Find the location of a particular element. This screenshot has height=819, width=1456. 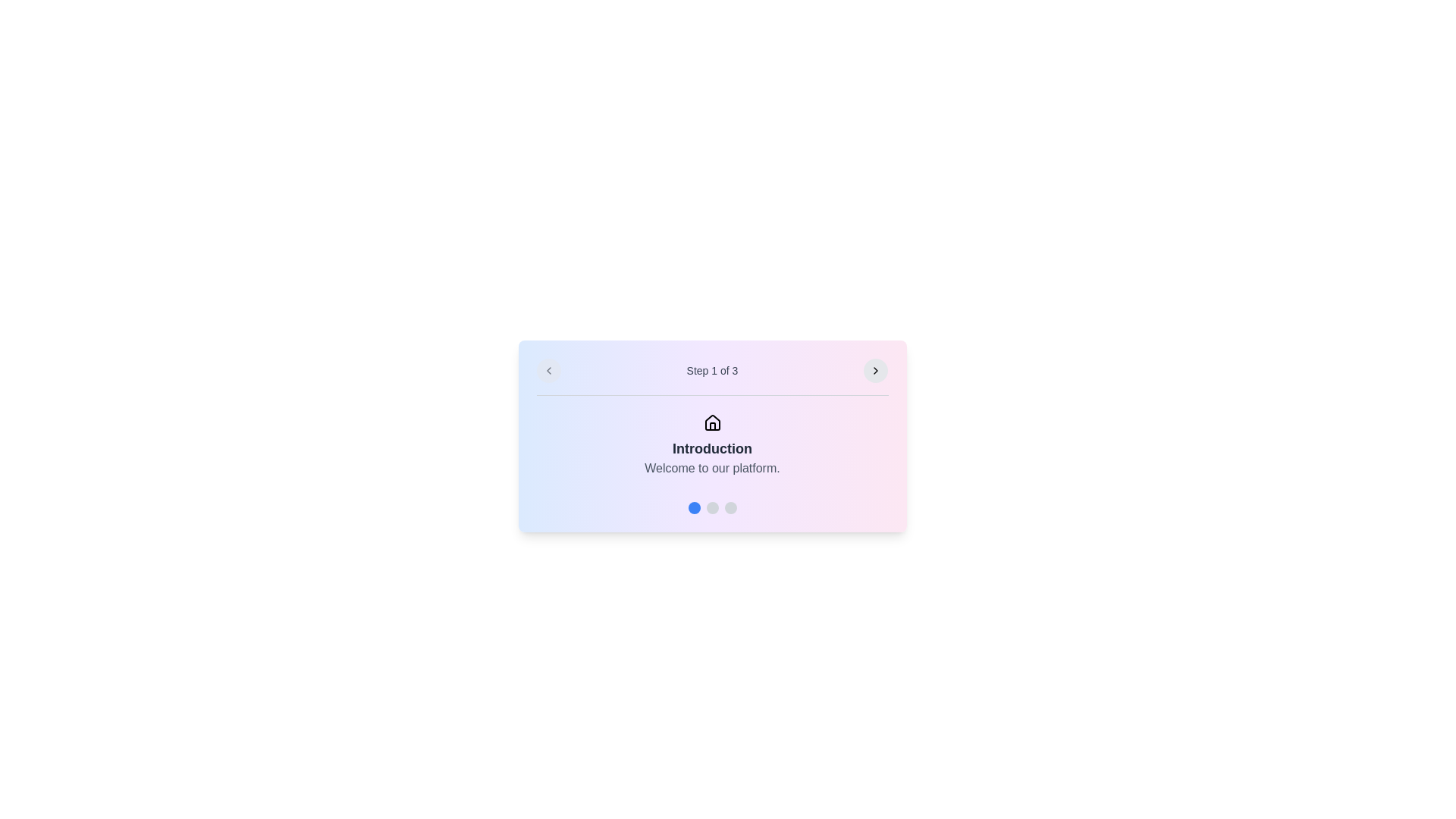

the small circular button with a gray background and a left-pointing chevron icon, located to the left of the text 'Step 1 of 3' in the navigation bar is located at coordinates (548, 371).